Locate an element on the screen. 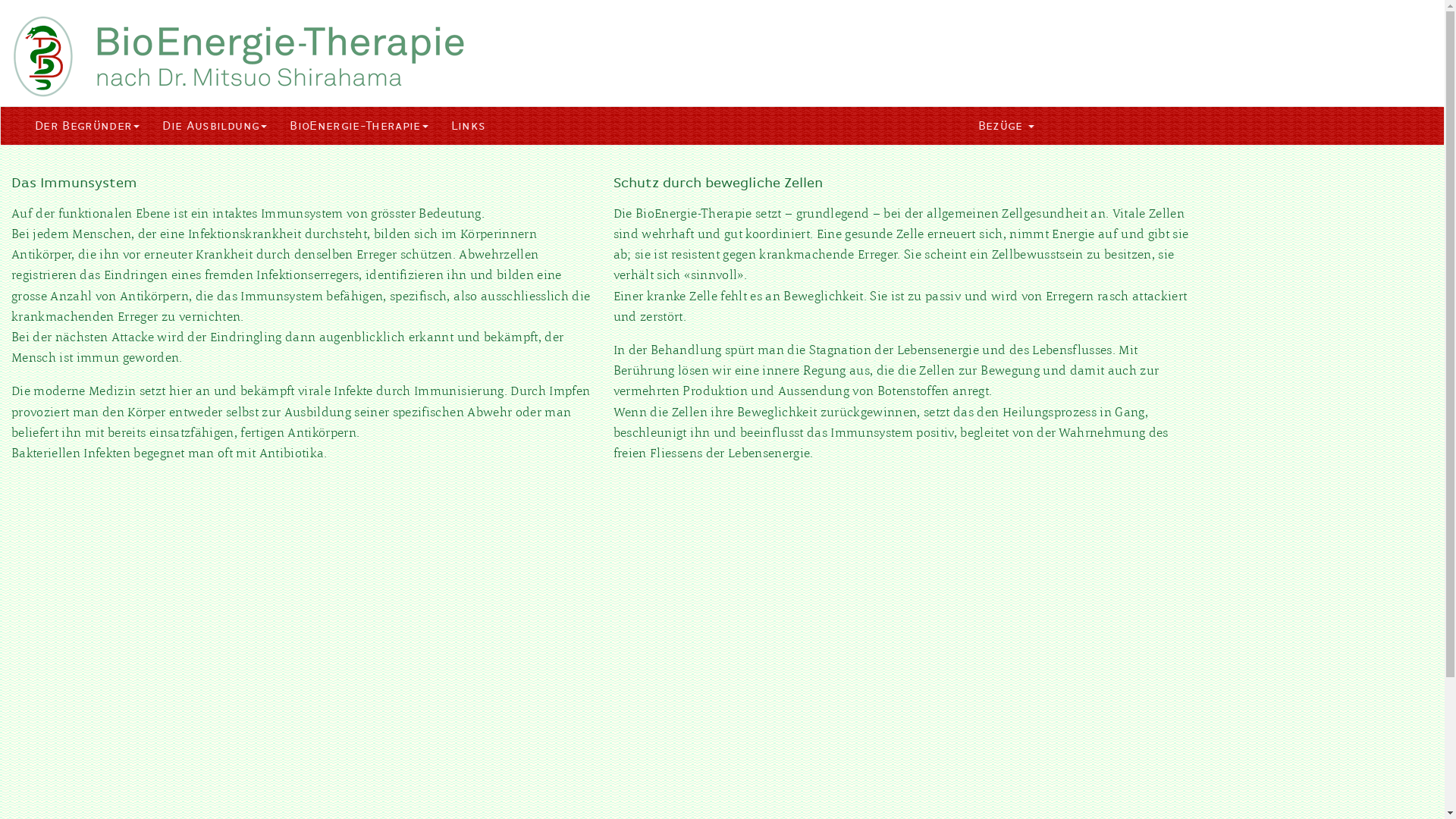  'Links' is located at coordinates (468, 124).